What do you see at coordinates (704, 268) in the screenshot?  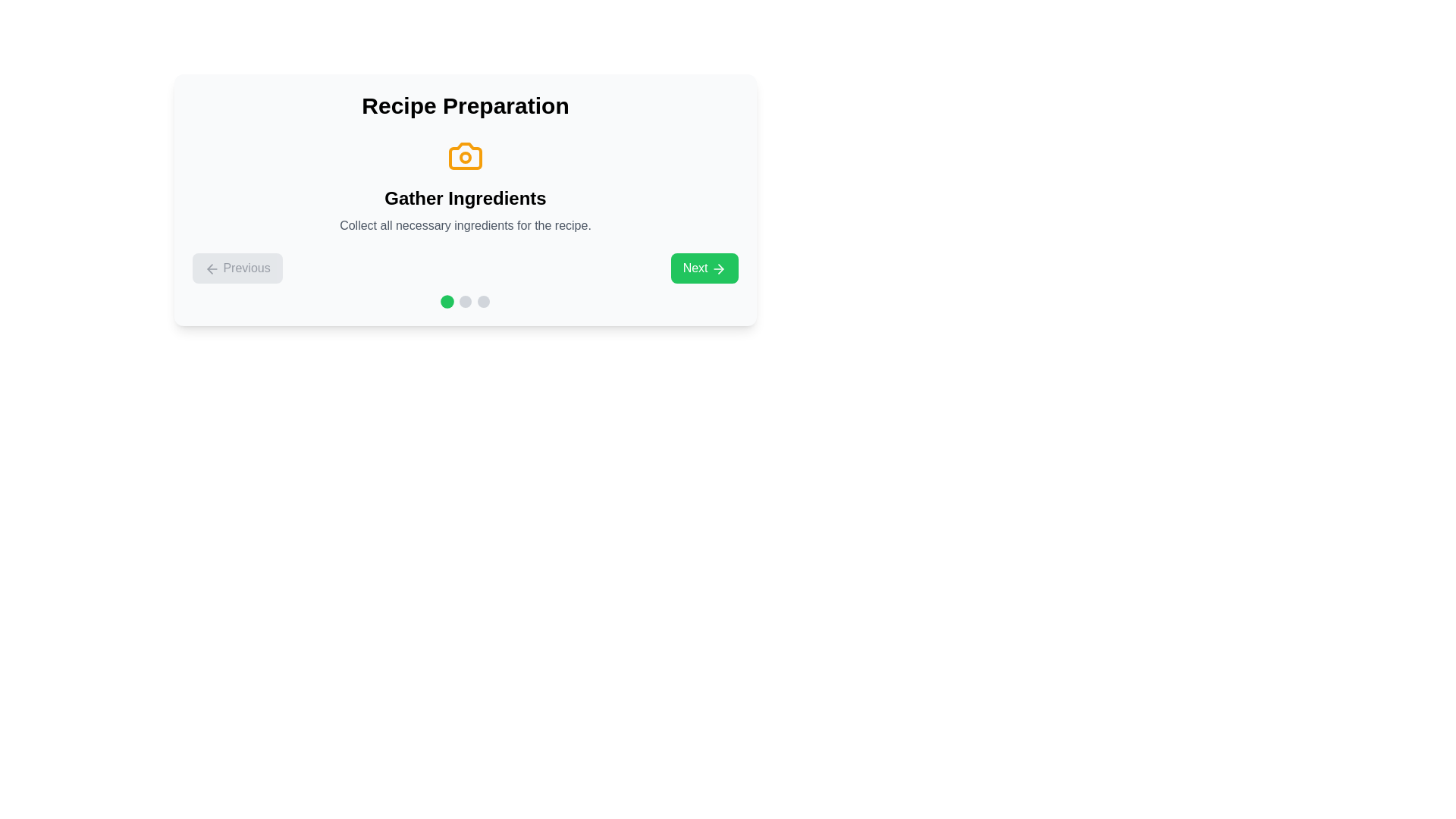 I see `the rectangular green 'Next' button with white text and a right-pointing arrow icon` at bounding box center [704, 268].